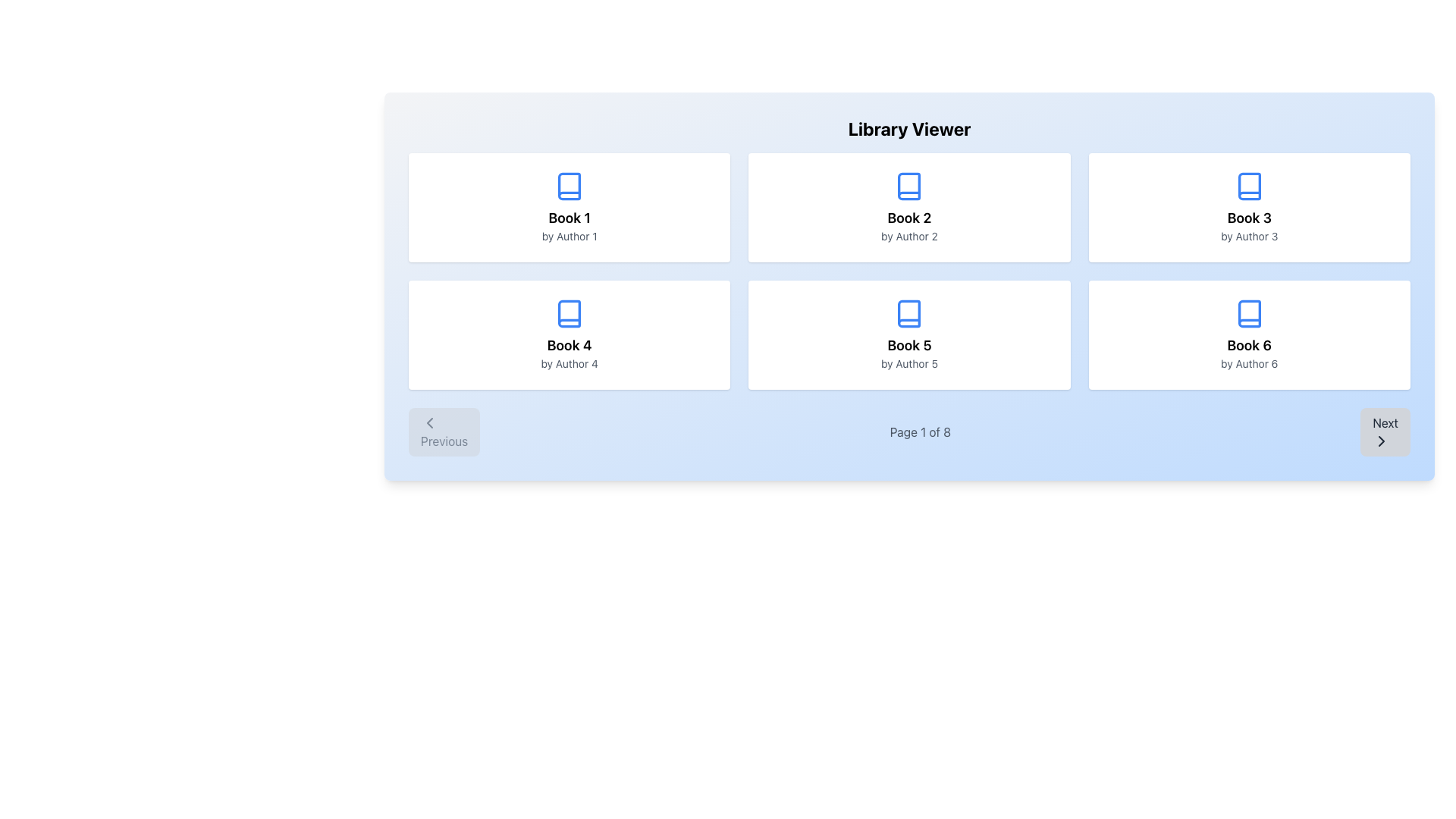 This screenshot has height=819, width=1456. I want to click on the title text label of 'Book 5' by 'Author 5', which is located within its card in the second row and third column of the grid layout, so click(909, 345).